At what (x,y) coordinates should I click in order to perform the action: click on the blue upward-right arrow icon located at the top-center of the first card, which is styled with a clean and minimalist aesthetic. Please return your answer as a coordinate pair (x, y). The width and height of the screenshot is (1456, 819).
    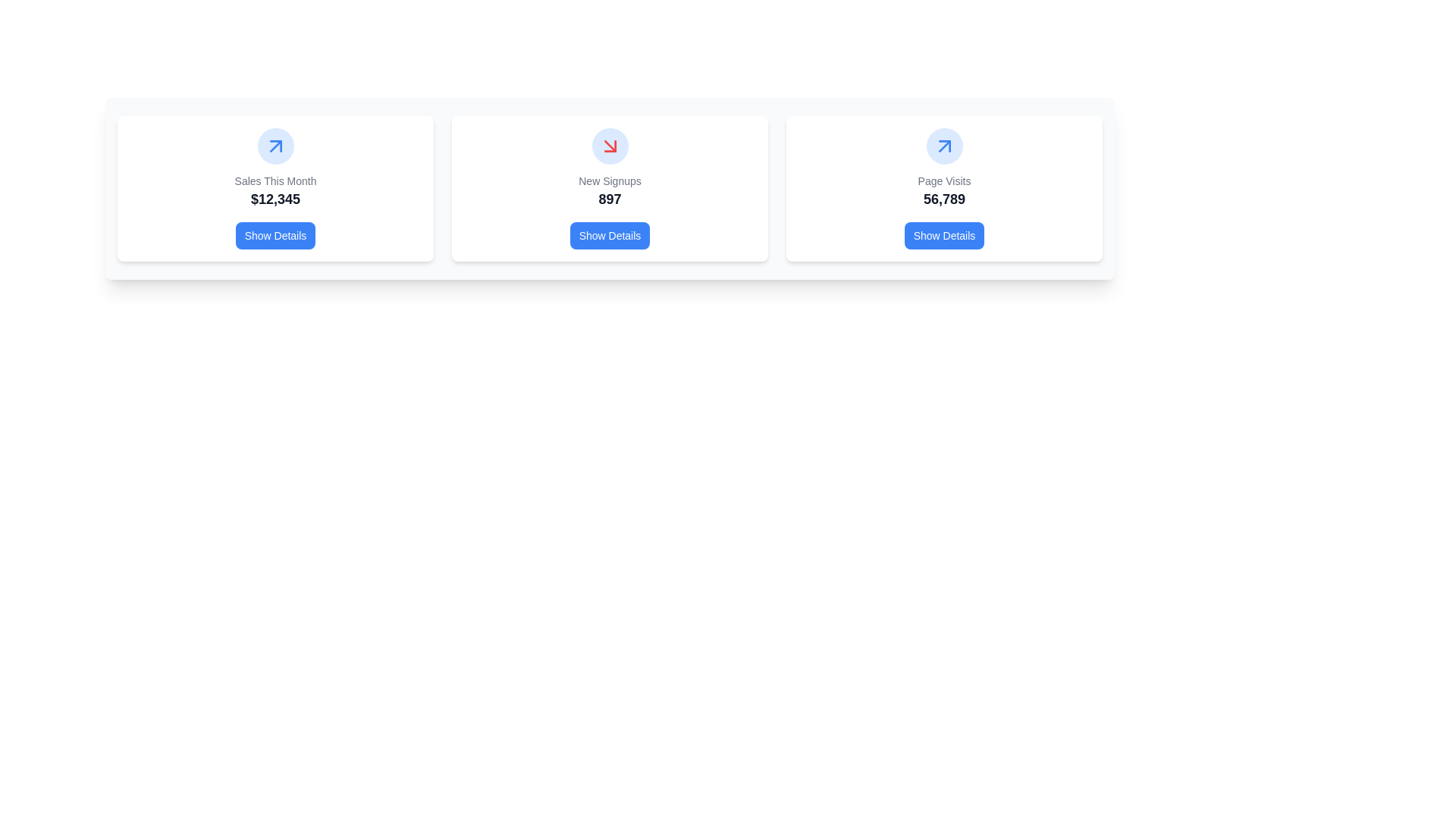
    Looking at the image, I should click on (275, 146).